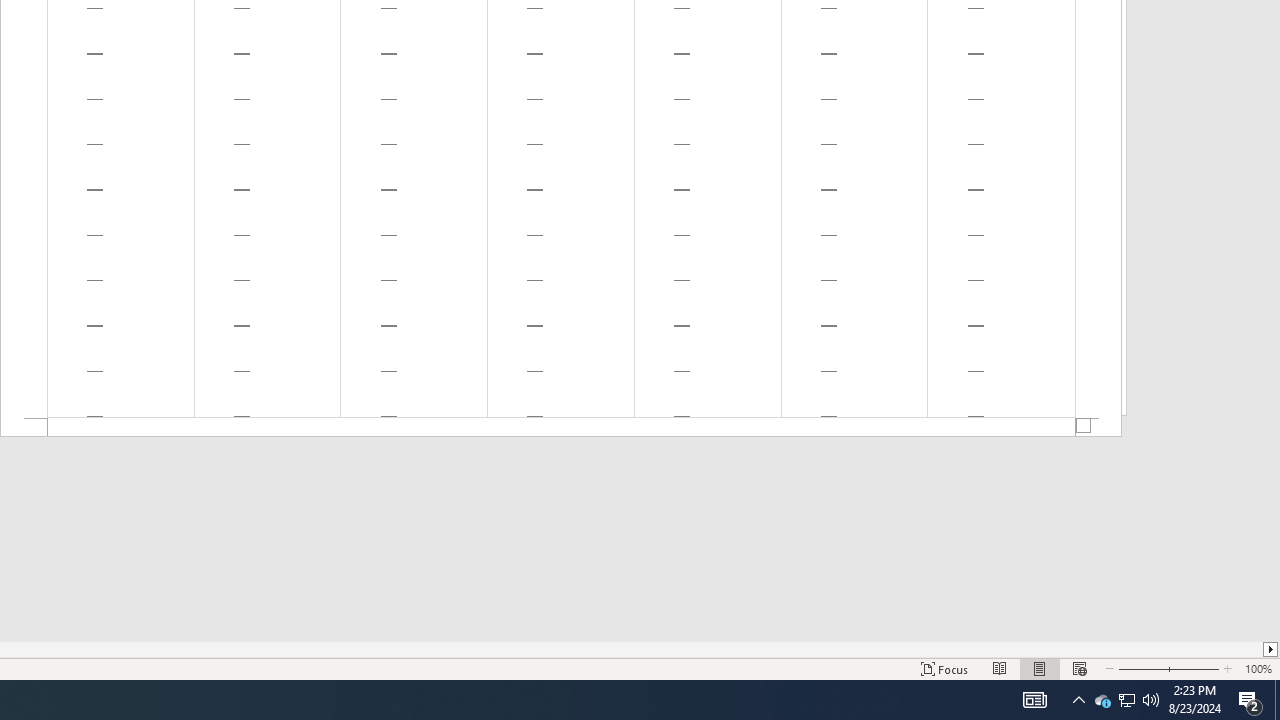 The height and width of the screenshot is (720, 1280). I want to click on 'Read Mode', so click(1000, 669).